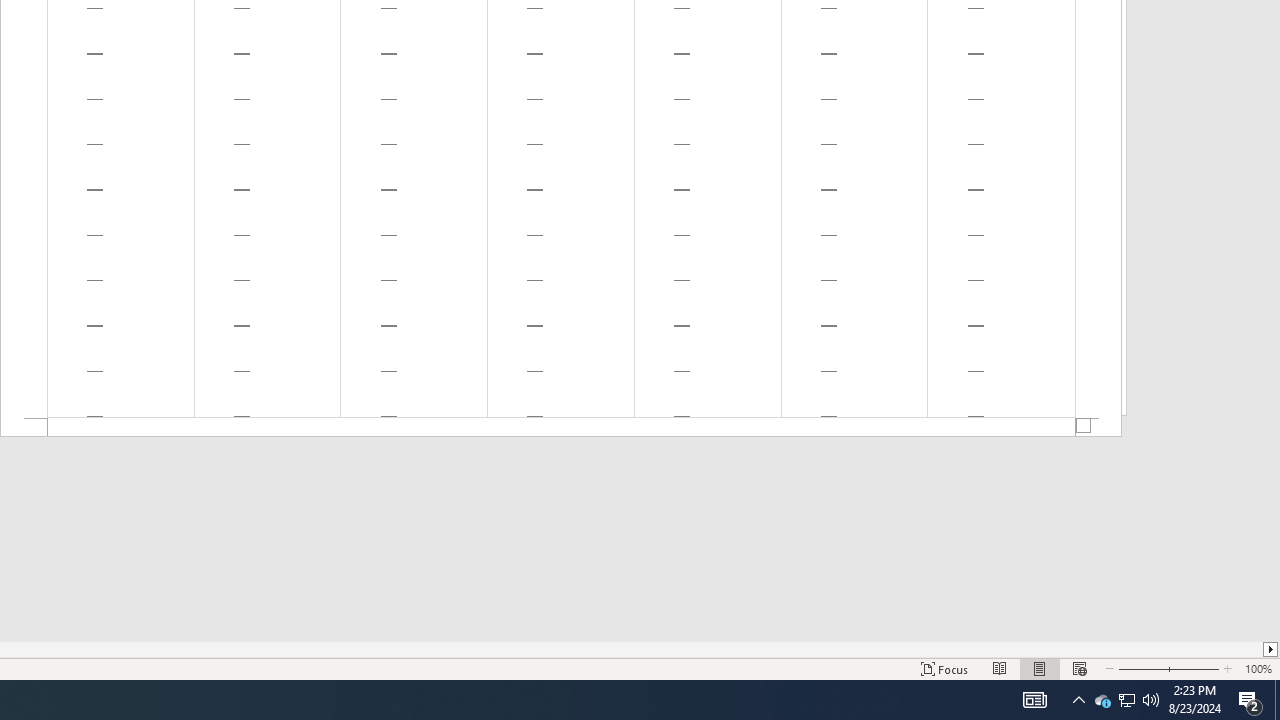 The height and width of the screenshot is (720, 1280). I want to click on 'Read Mode', so click(1000, 669).